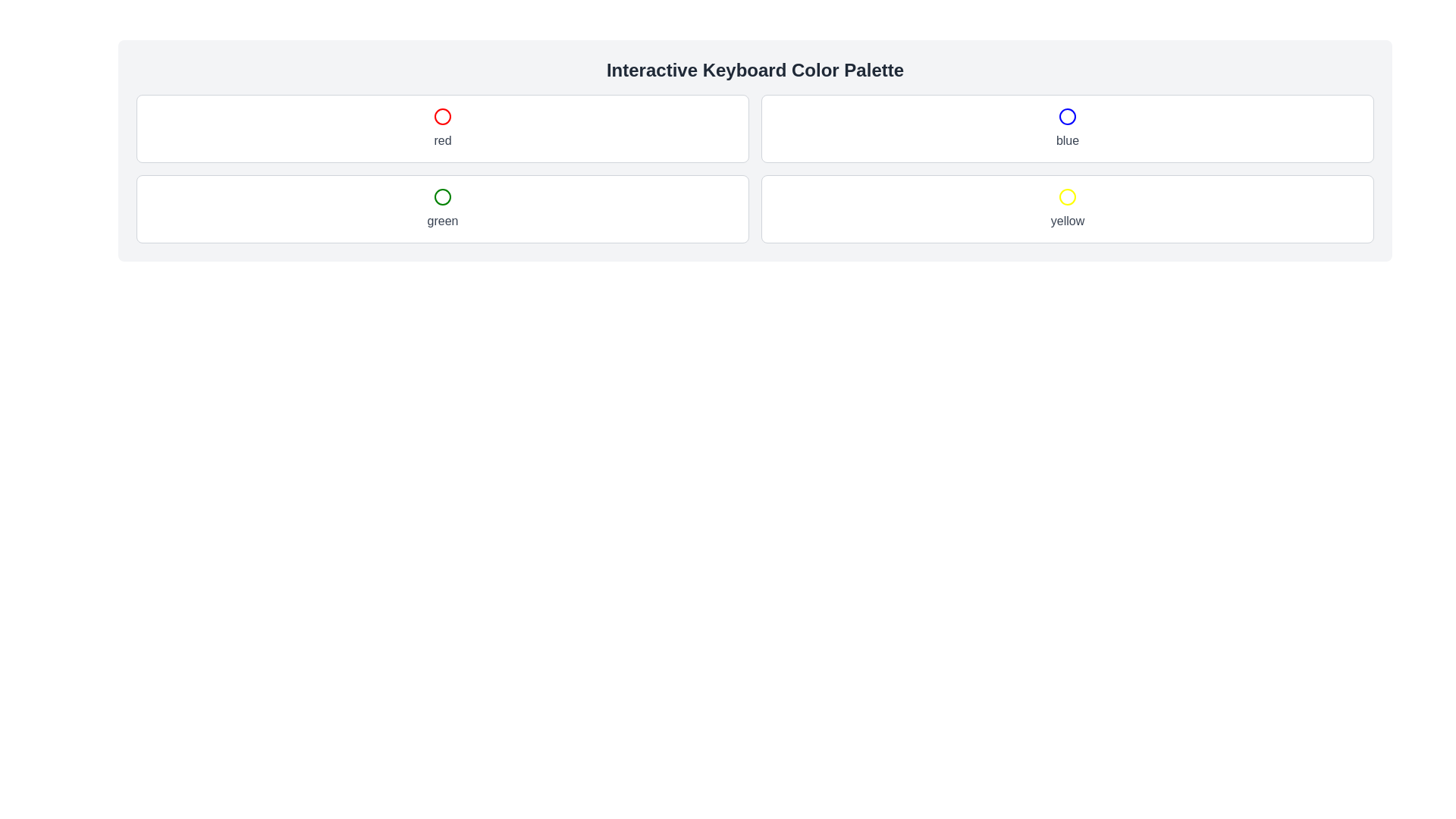 The image size is (1456, 819). I want to click on the SVG Circle element that serves a decorative purpose, which is part of a green-outlined circle with the CSS class 'lucide lucide-circle w-6 h-6 mb-2', so click(442, 196).